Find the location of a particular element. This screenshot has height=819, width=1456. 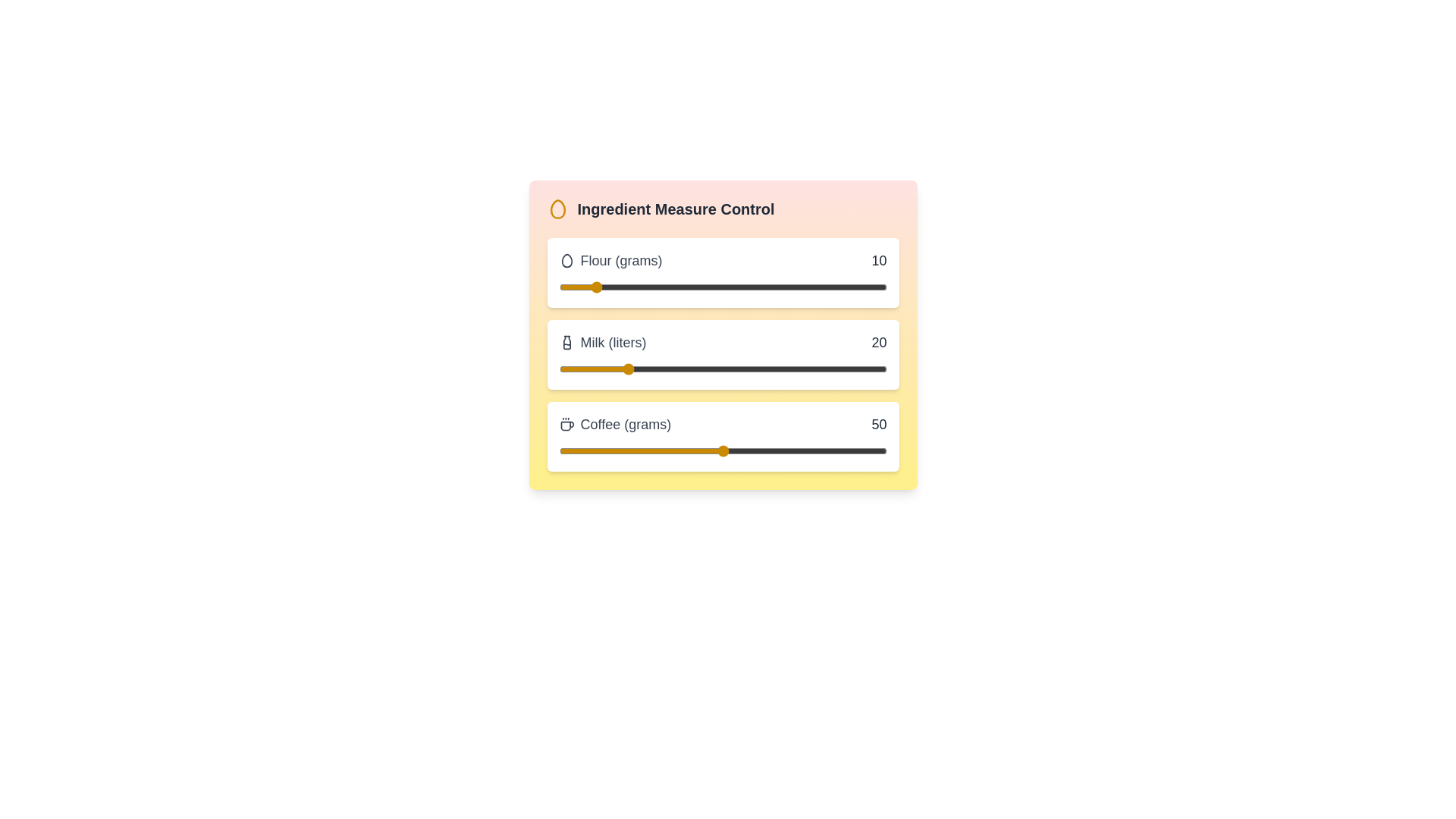

the milk slider is located at coordinates (624, 369).